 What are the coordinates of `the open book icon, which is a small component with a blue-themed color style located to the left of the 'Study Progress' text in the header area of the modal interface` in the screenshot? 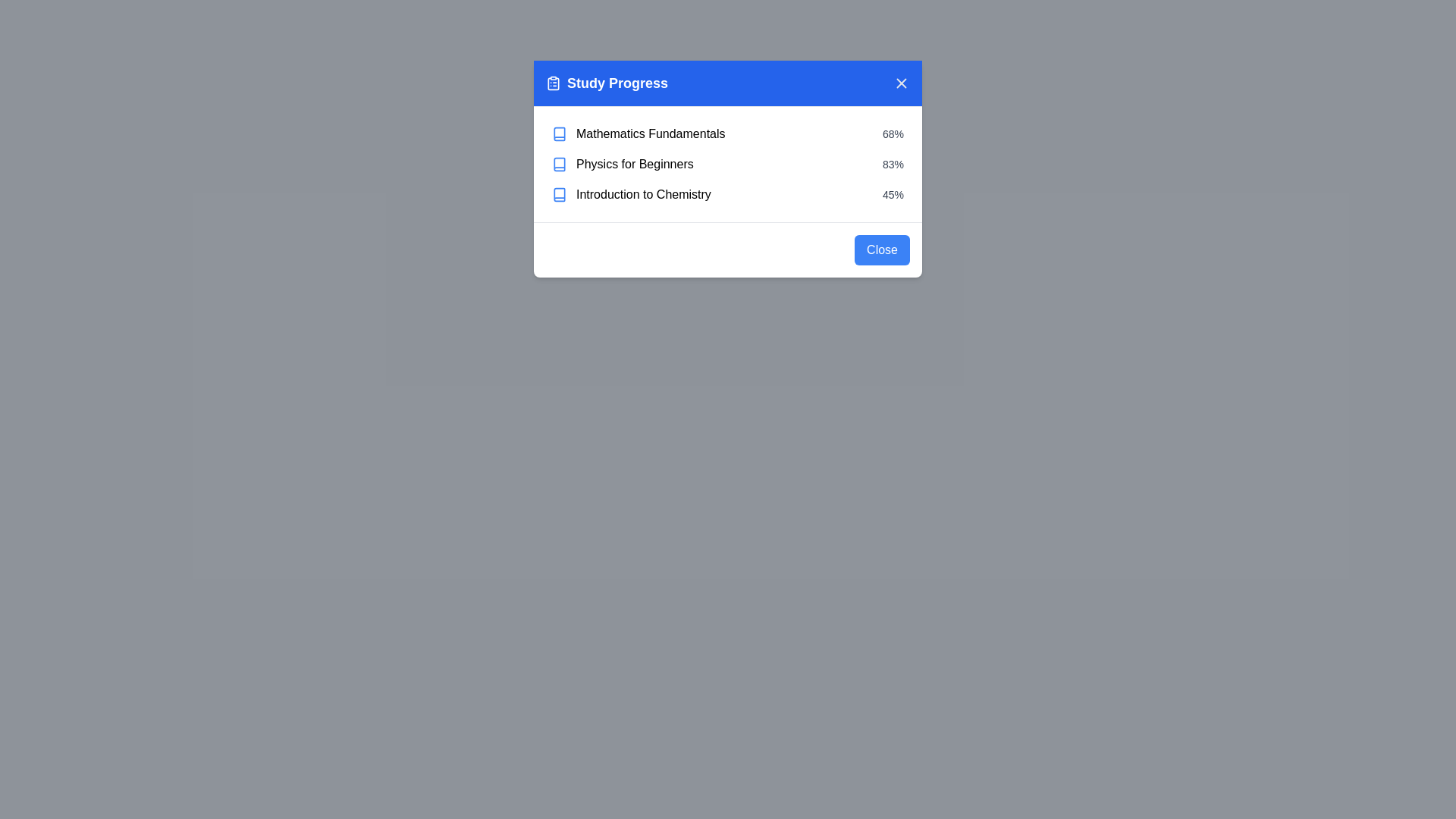 It's located at (559, 194).